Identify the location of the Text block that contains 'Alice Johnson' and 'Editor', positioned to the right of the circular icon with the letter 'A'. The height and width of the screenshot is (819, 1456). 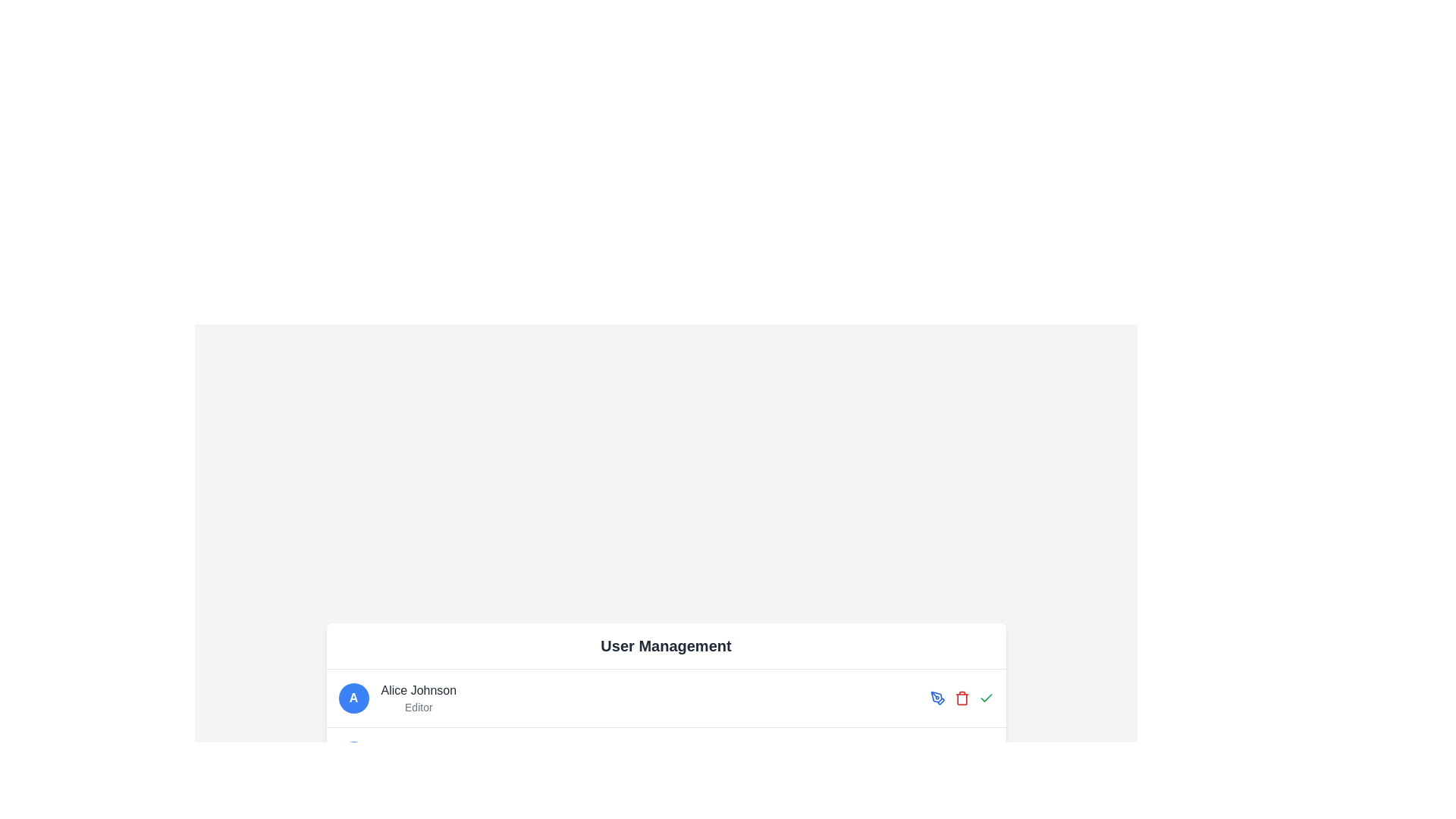
(419, 698).